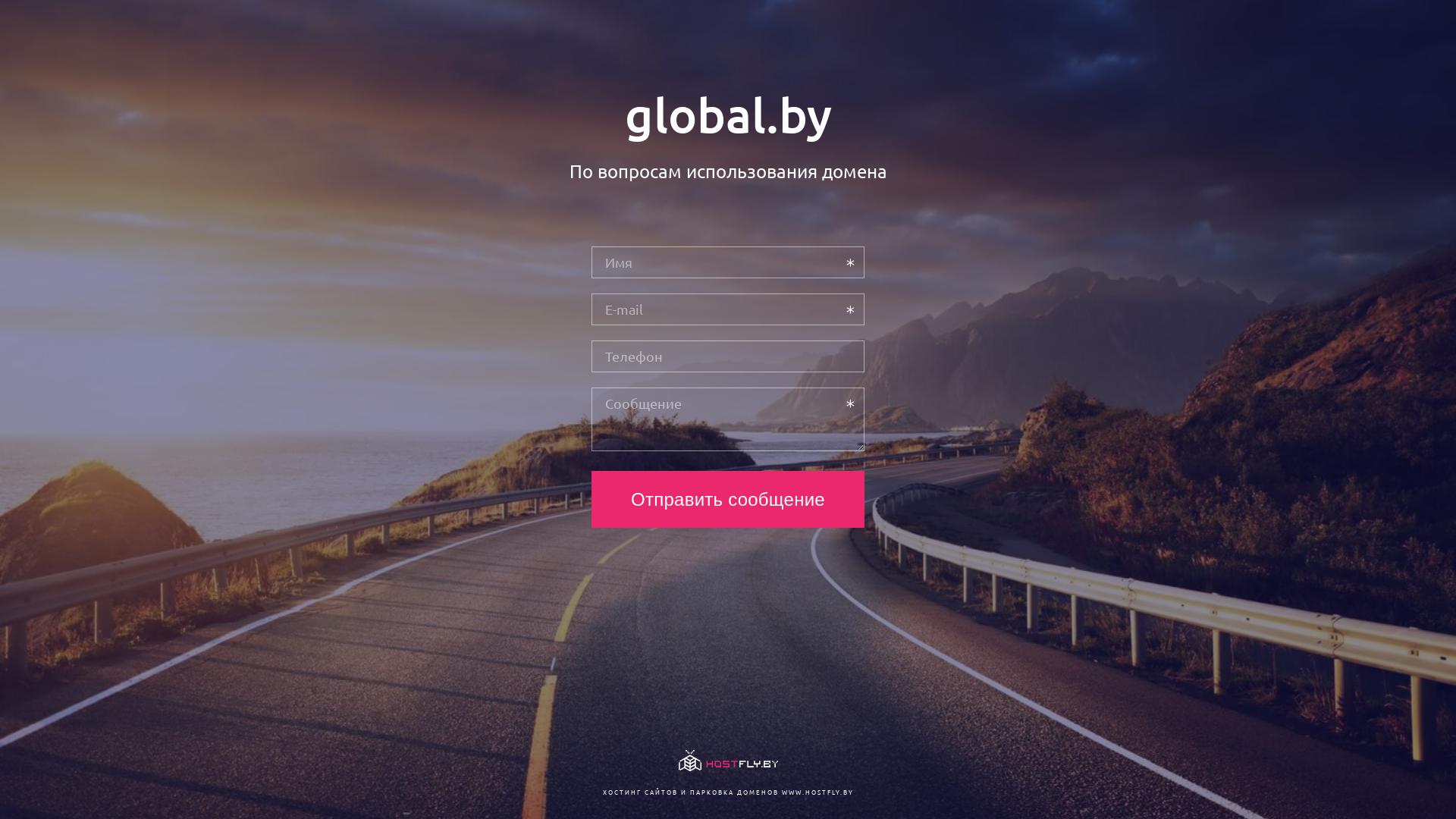 The image size is (1456, 819). I want to click on 'WWW.HOSTFLY.BY', so click(816, 791).